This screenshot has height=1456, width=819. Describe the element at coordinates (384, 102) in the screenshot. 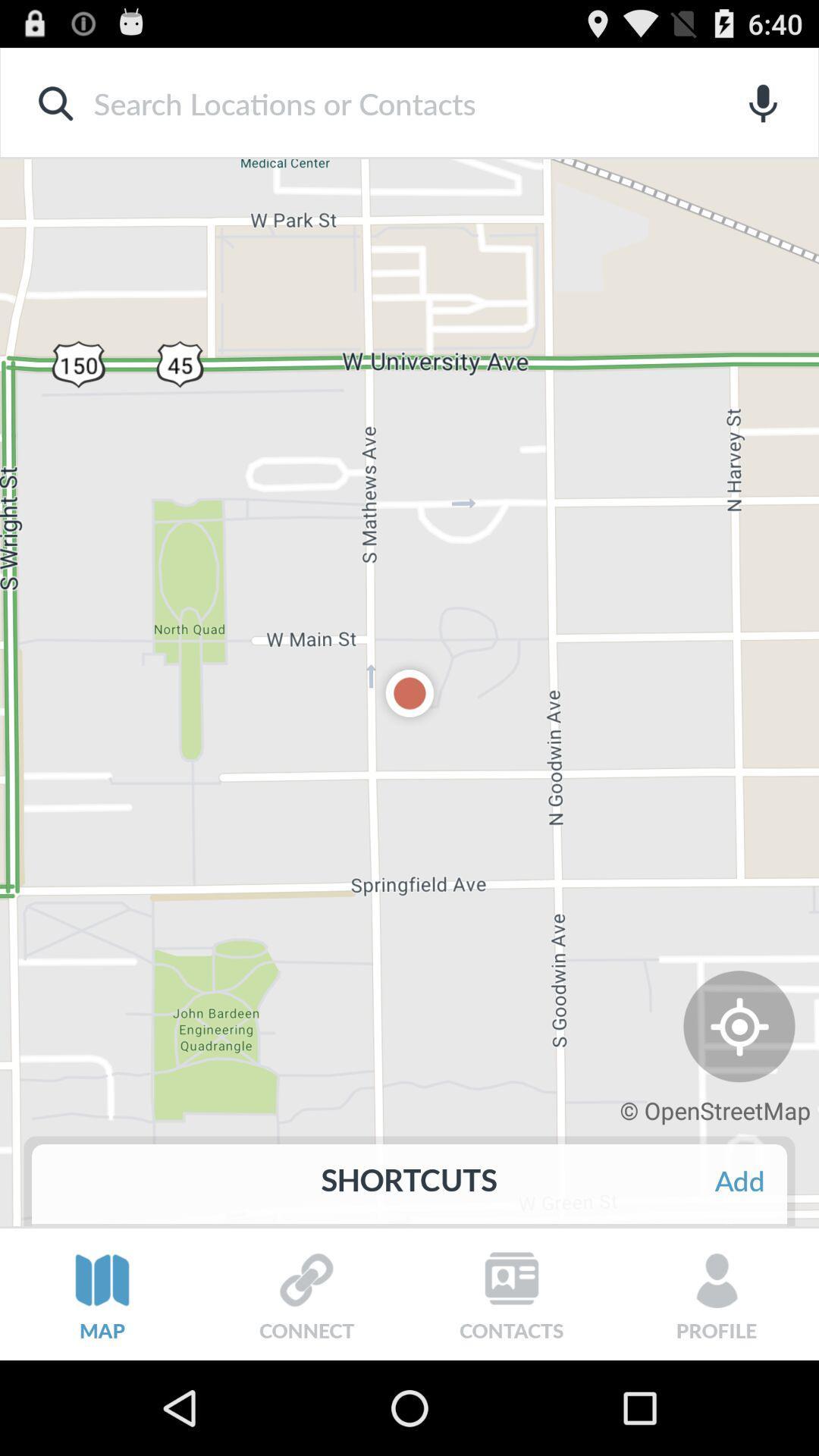

I see `search feature` at that location.